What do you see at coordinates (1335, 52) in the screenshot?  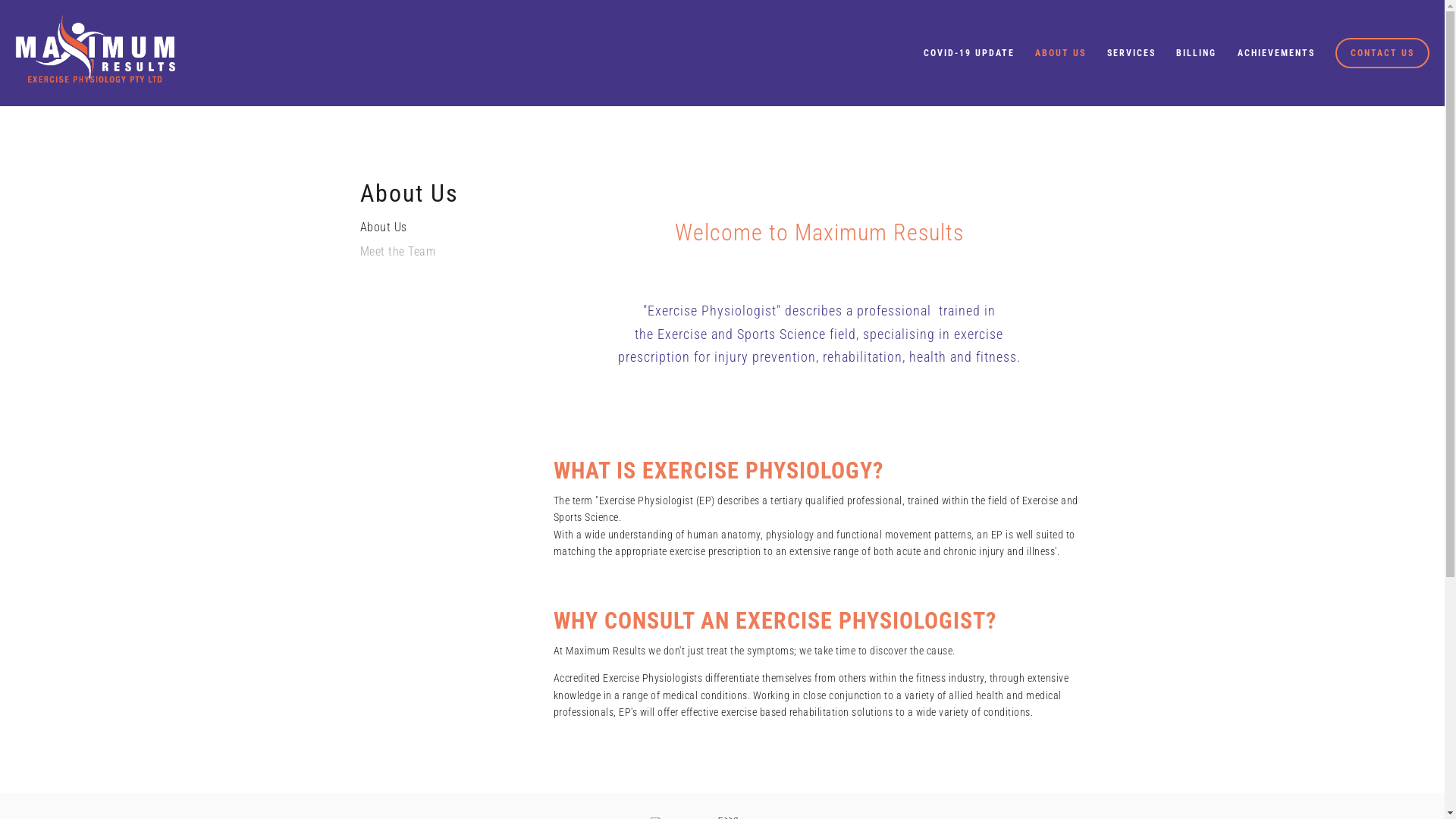 I see `'CONTACT US'` at bounding box center [1335, 52].